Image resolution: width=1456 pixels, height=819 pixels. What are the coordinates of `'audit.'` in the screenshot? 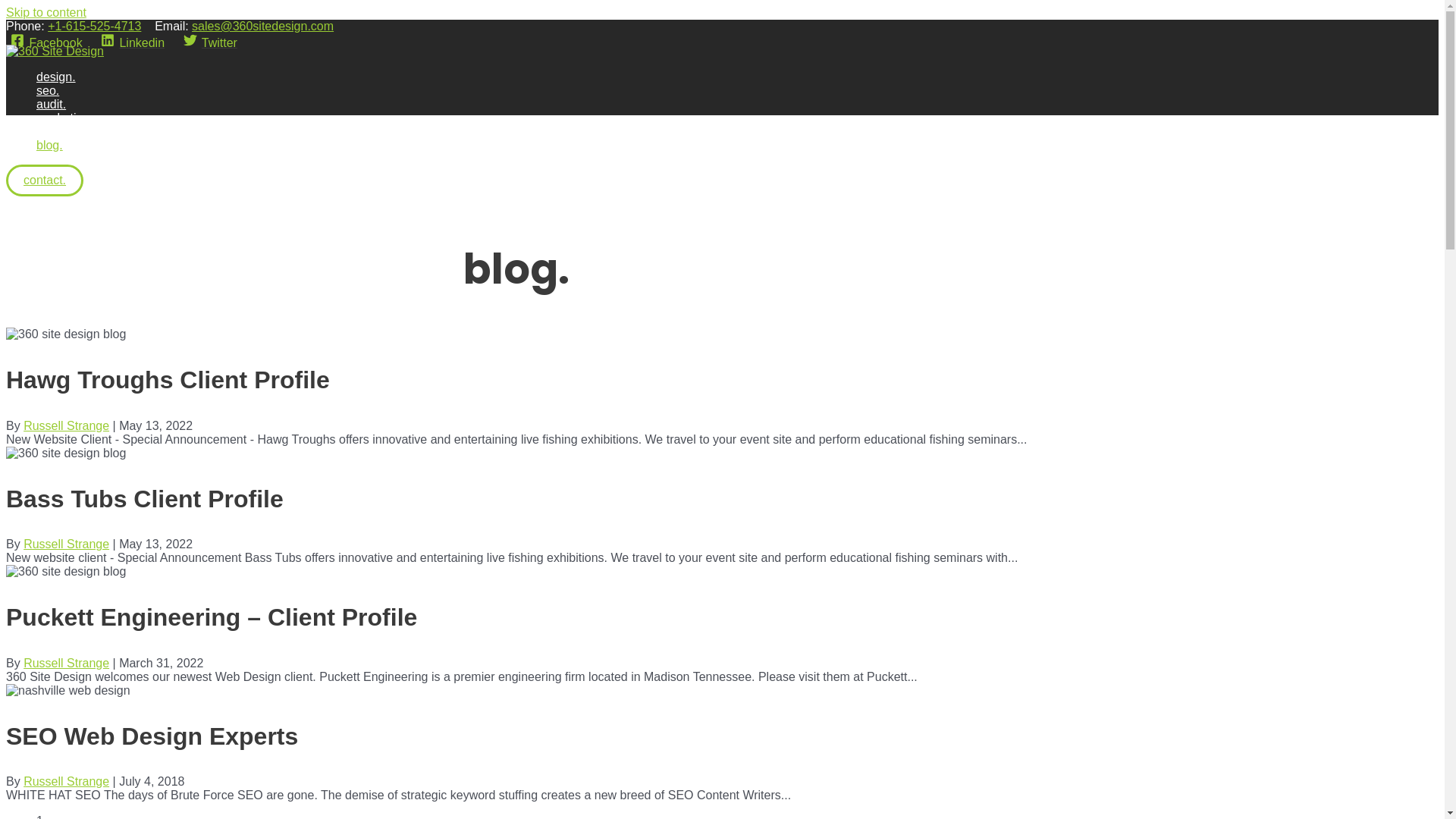 It's located at (36, 104).